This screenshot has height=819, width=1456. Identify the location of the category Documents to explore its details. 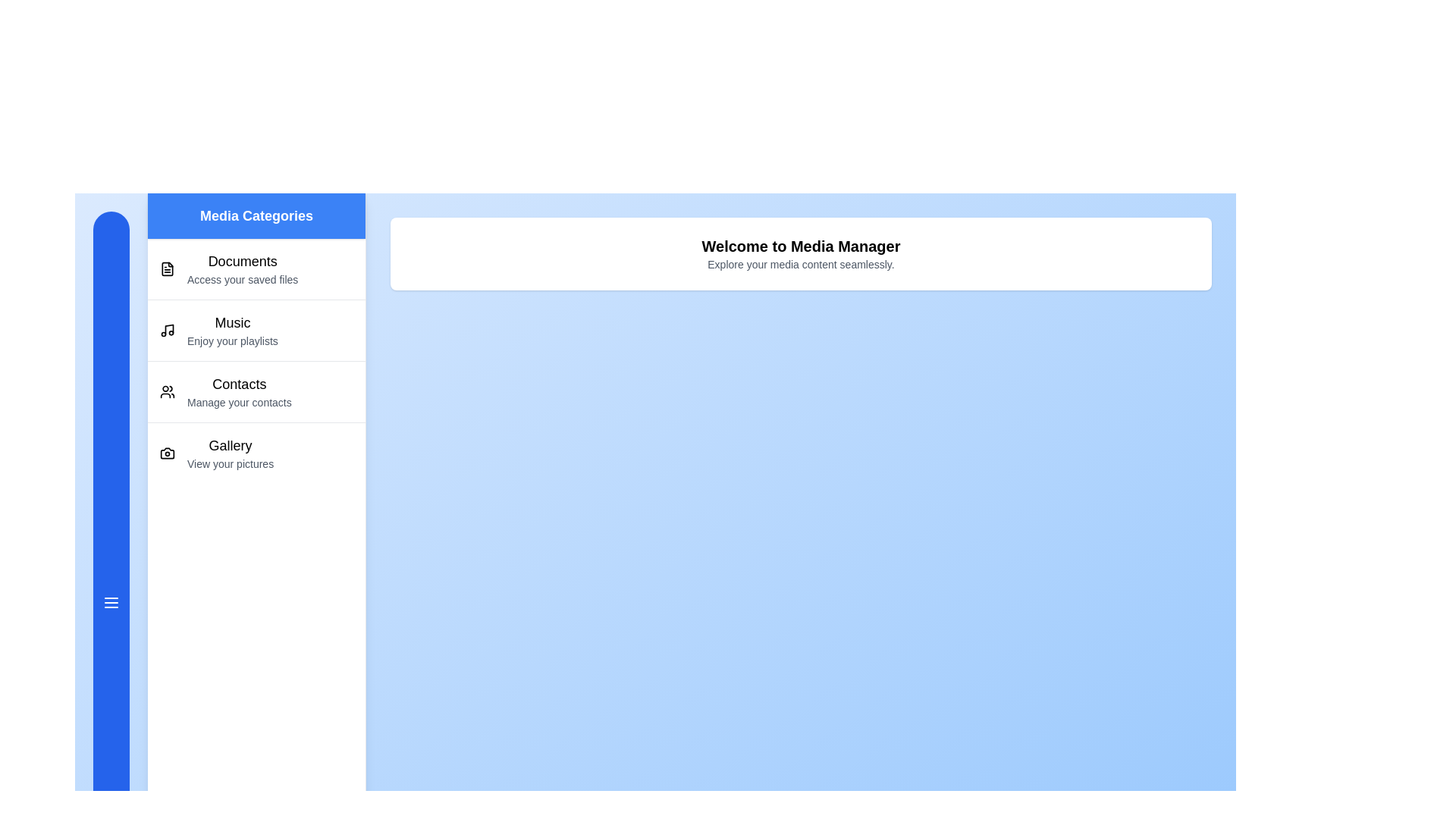
(256, 268).